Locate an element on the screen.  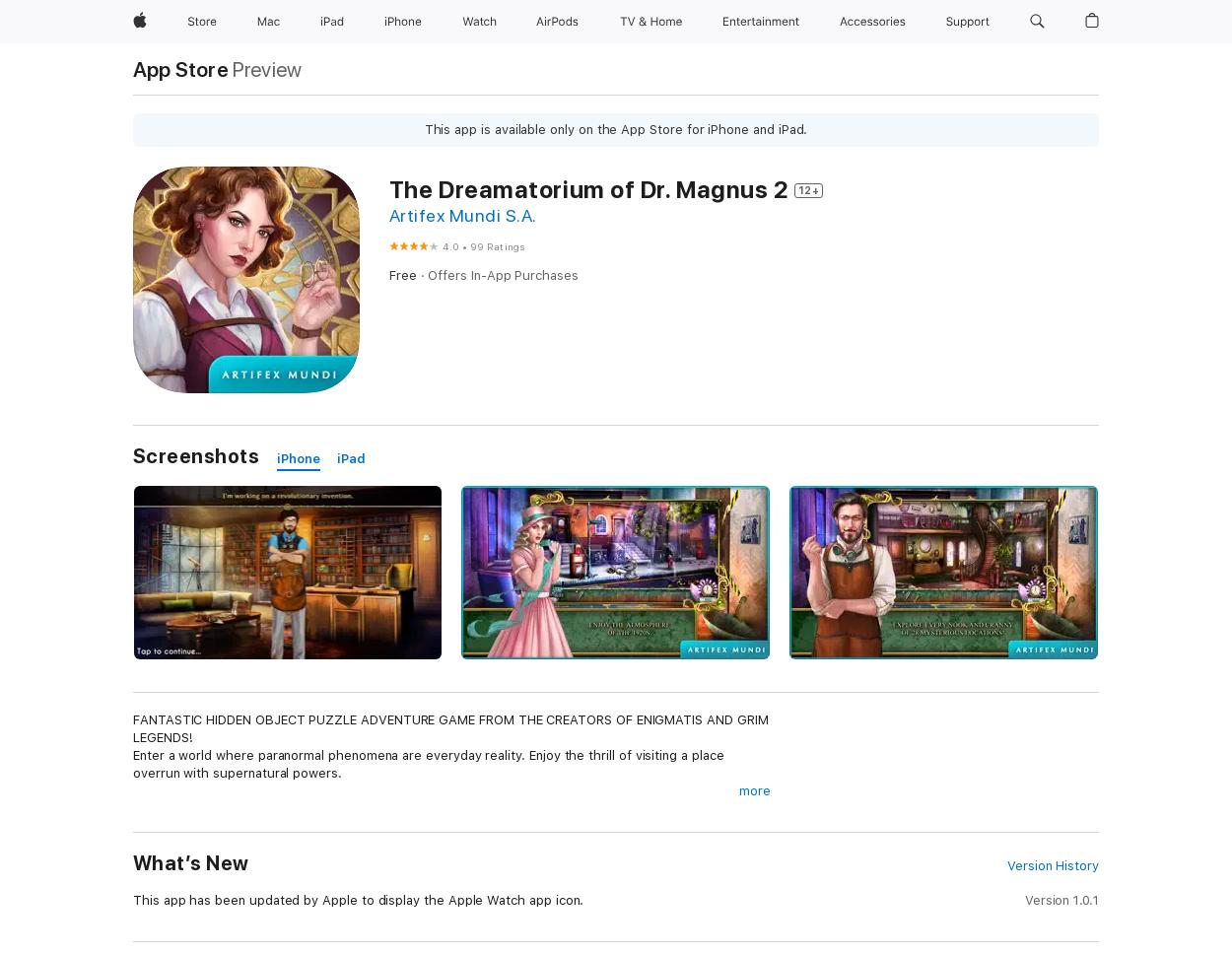
'12+' is located at coordinates (807, 189).